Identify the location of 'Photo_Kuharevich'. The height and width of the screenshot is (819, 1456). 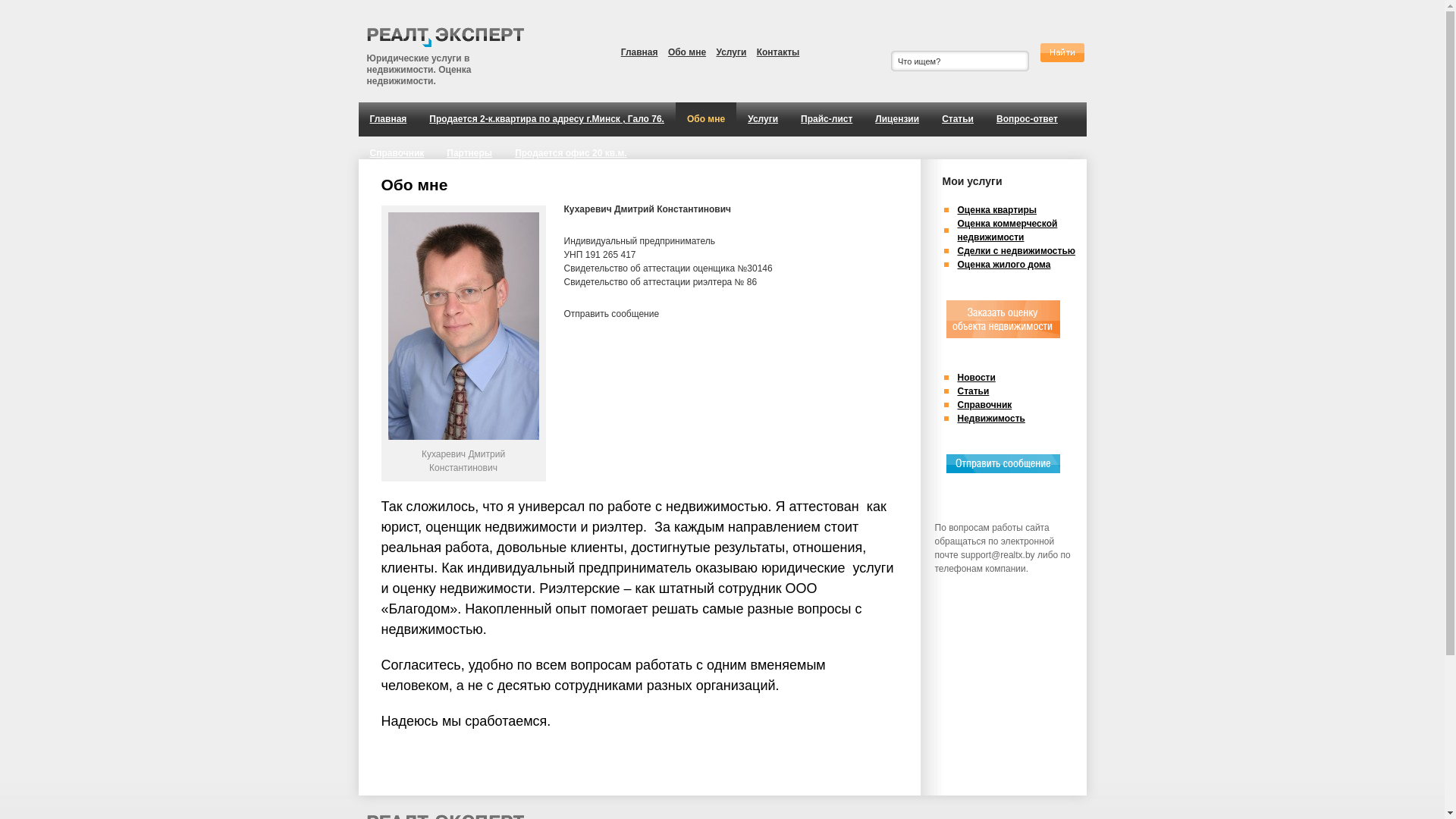
(388, 325).